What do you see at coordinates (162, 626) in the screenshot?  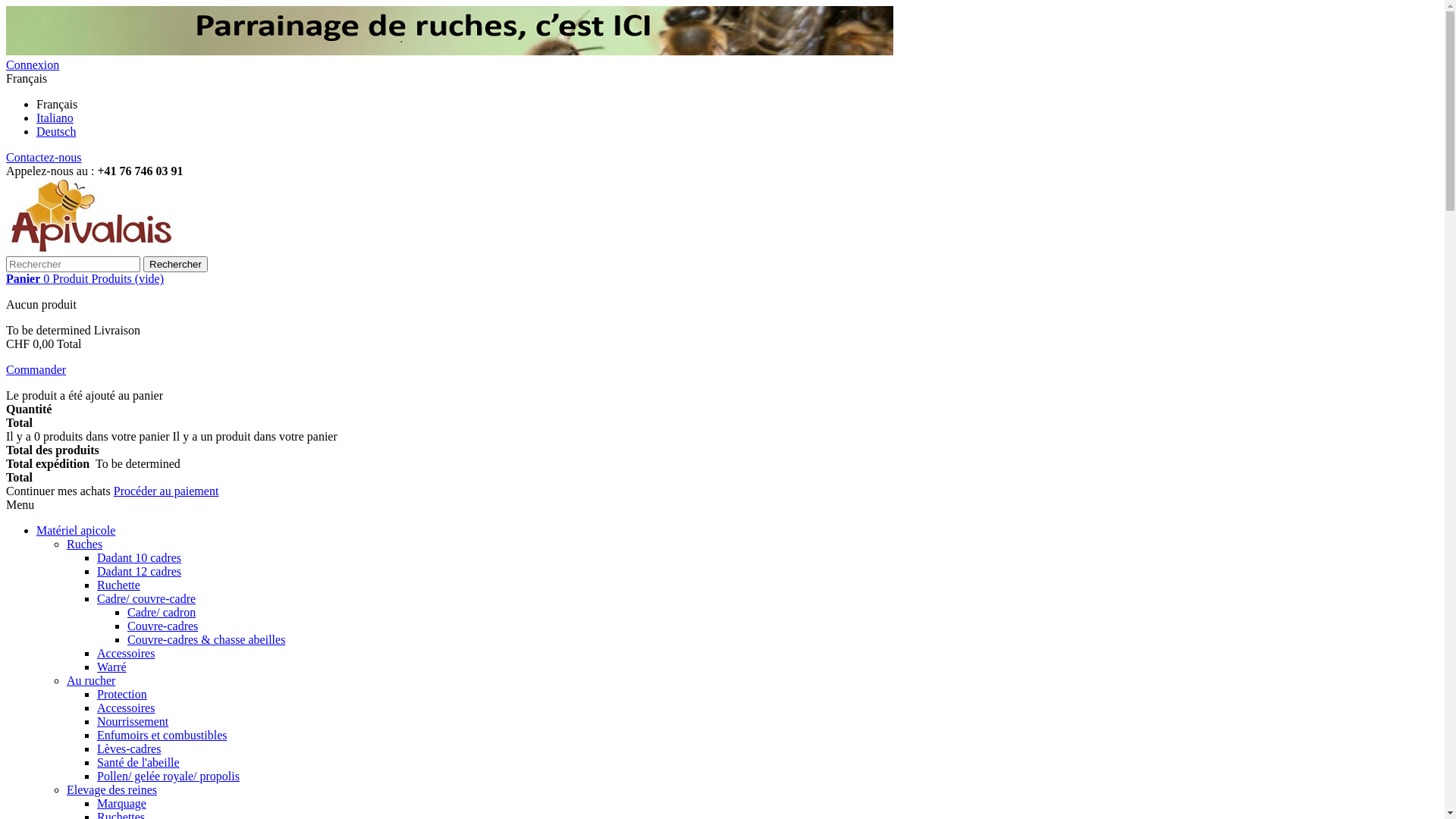 I see `'Couvre-cadres'` at bounding box center [162, 626].